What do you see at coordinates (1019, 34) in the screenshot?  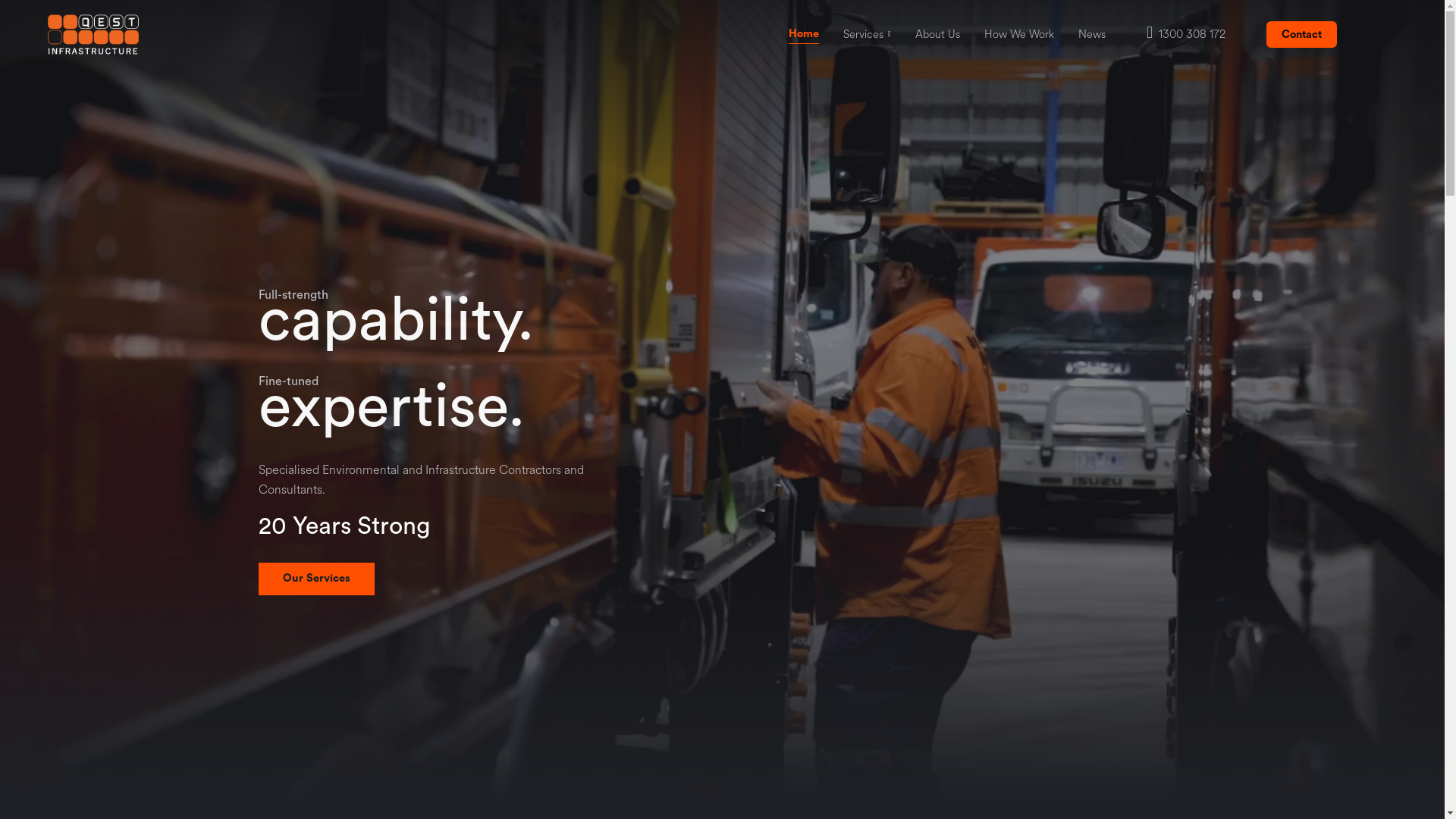 I see `'How We Work'` at bounding box center [1019, 34].